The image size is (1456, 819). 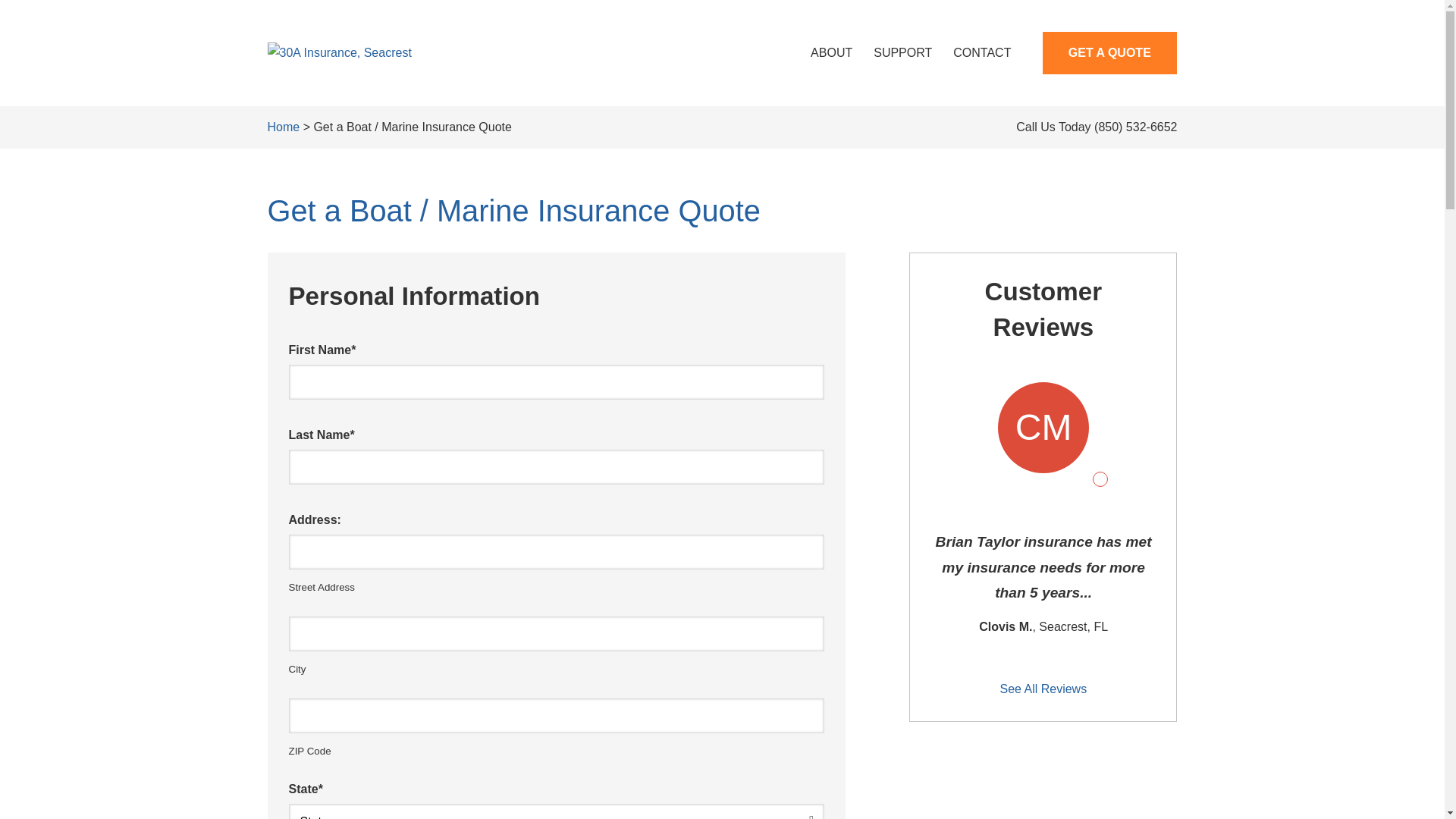 I want to click on '30A Insurance, Seacrest', so click(x=337, y=52).